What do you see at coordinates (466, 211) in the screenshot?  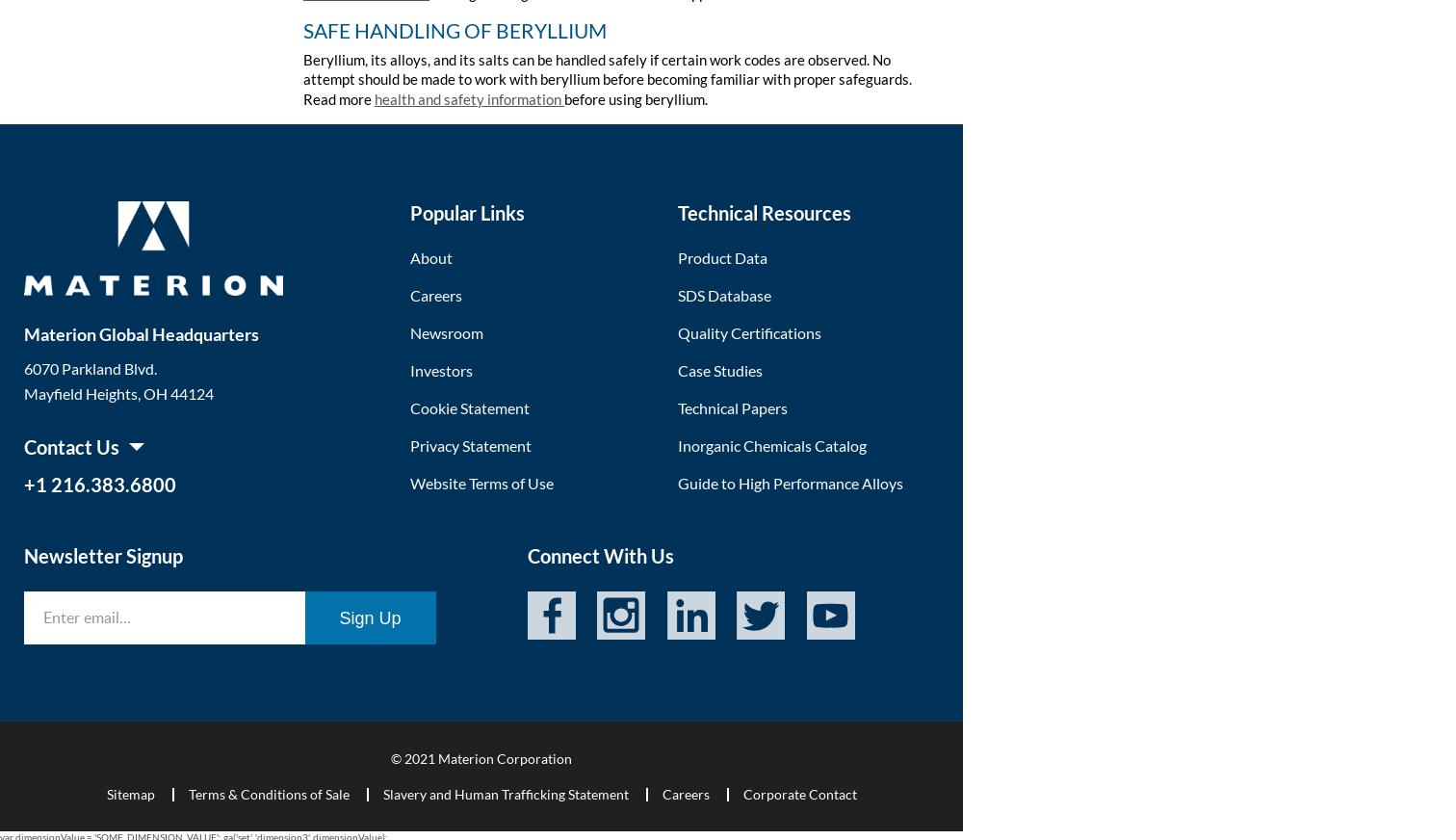 I see `'Popular Links'` at bounding box center [466, 211].